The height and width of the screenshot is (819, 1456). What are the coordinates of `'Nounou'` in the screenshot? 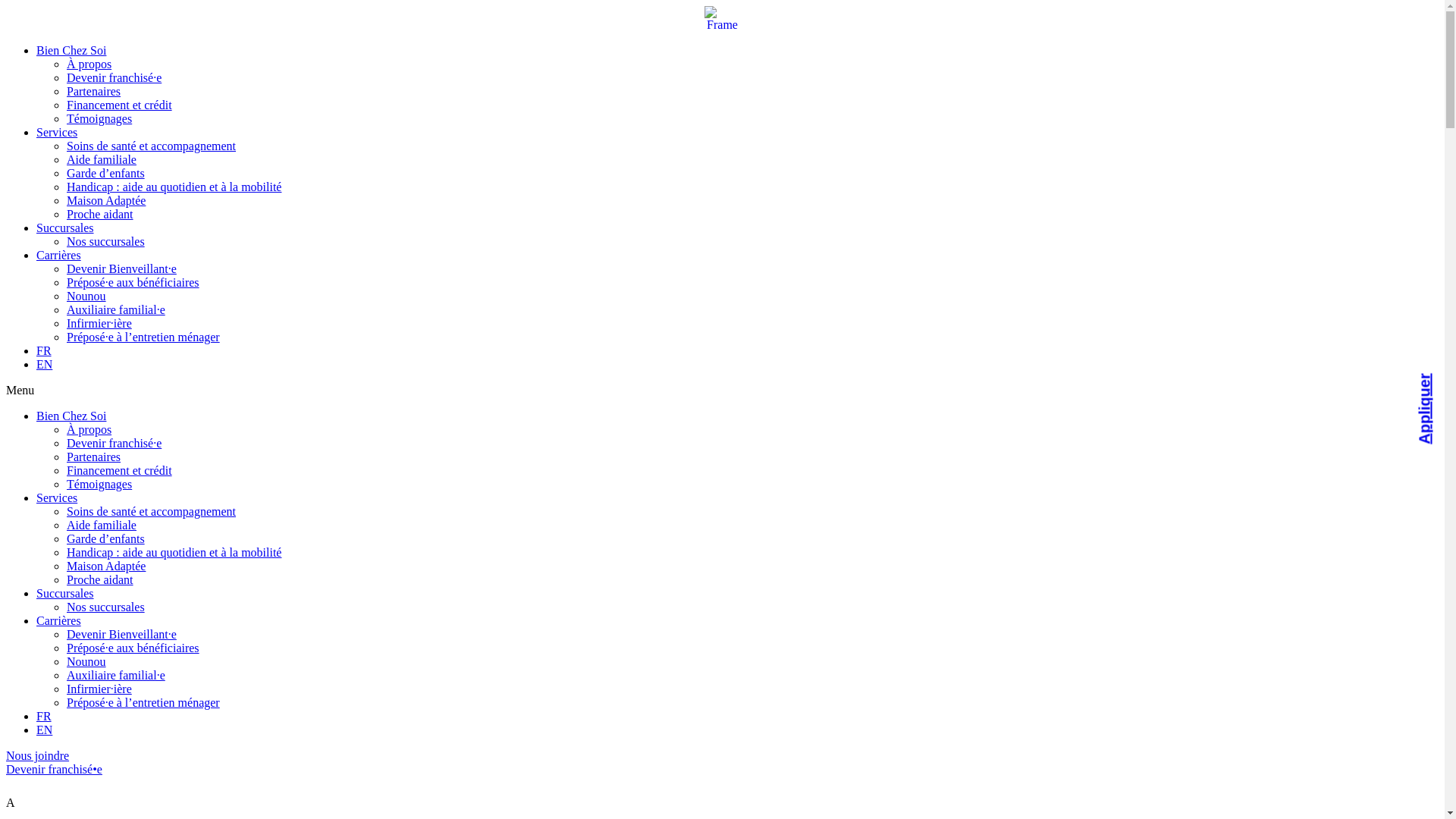 It's located at (86, 661).